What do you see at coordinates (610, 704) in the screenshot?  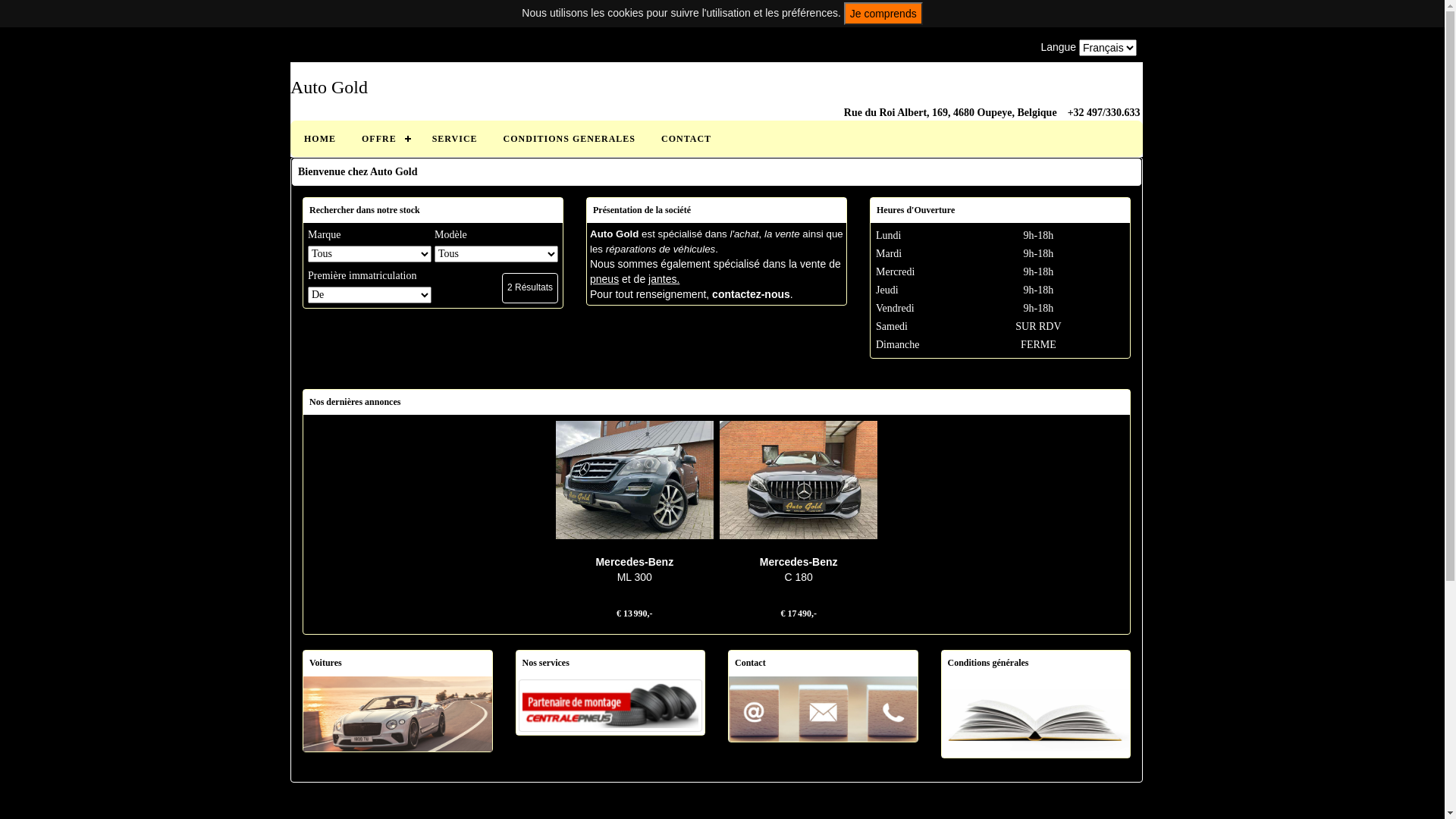 I see `'Nos services` at bounding box center [610, 704].